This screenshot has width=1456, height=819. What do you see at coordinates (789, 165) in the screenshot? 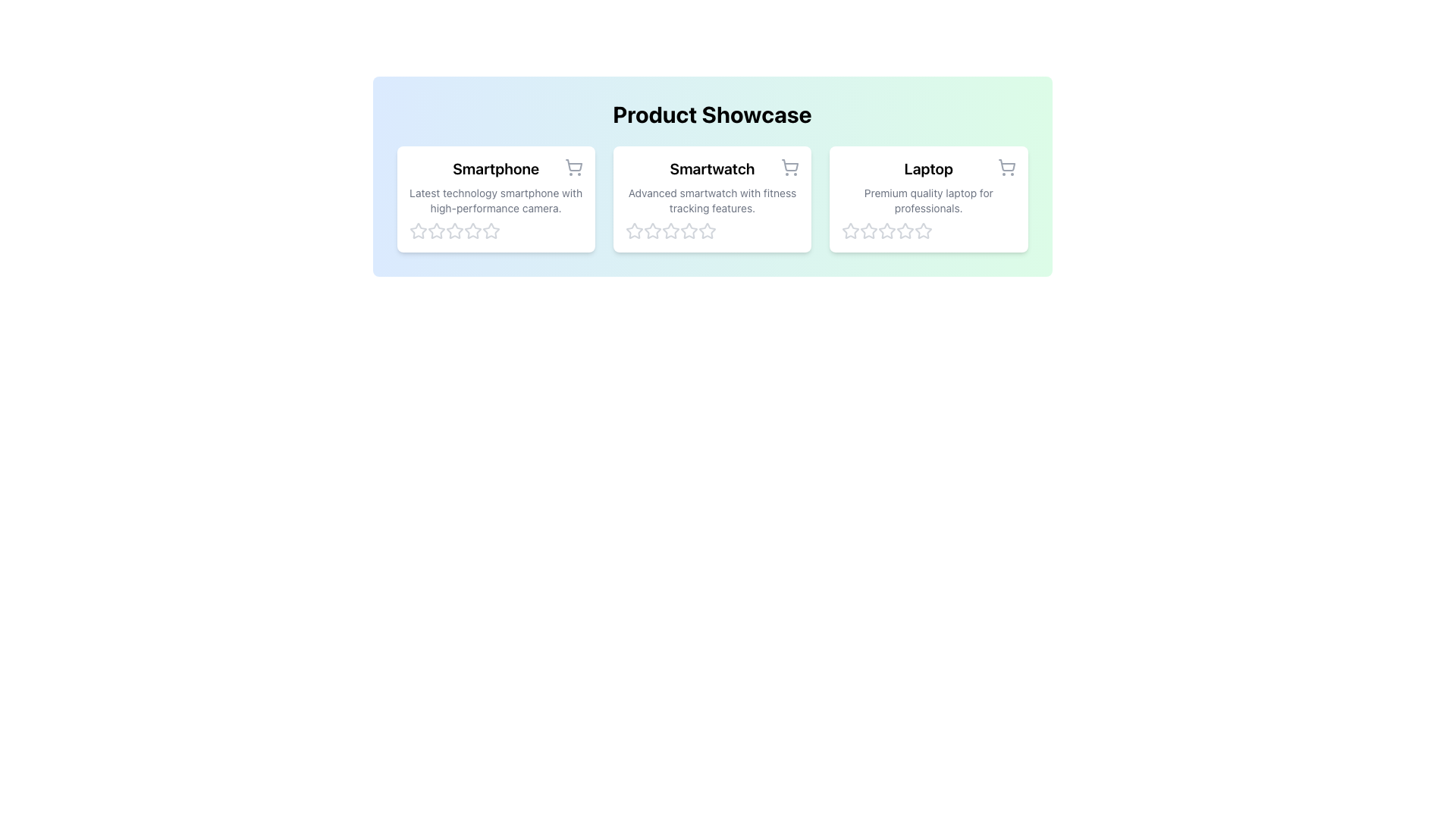
I see `the shopping cart icon, which is a vector graphic with a rounded rectangle shape and gray outline, located at the top-right corner of the 'Smartwatch' card` at bounding box center [789, 165].